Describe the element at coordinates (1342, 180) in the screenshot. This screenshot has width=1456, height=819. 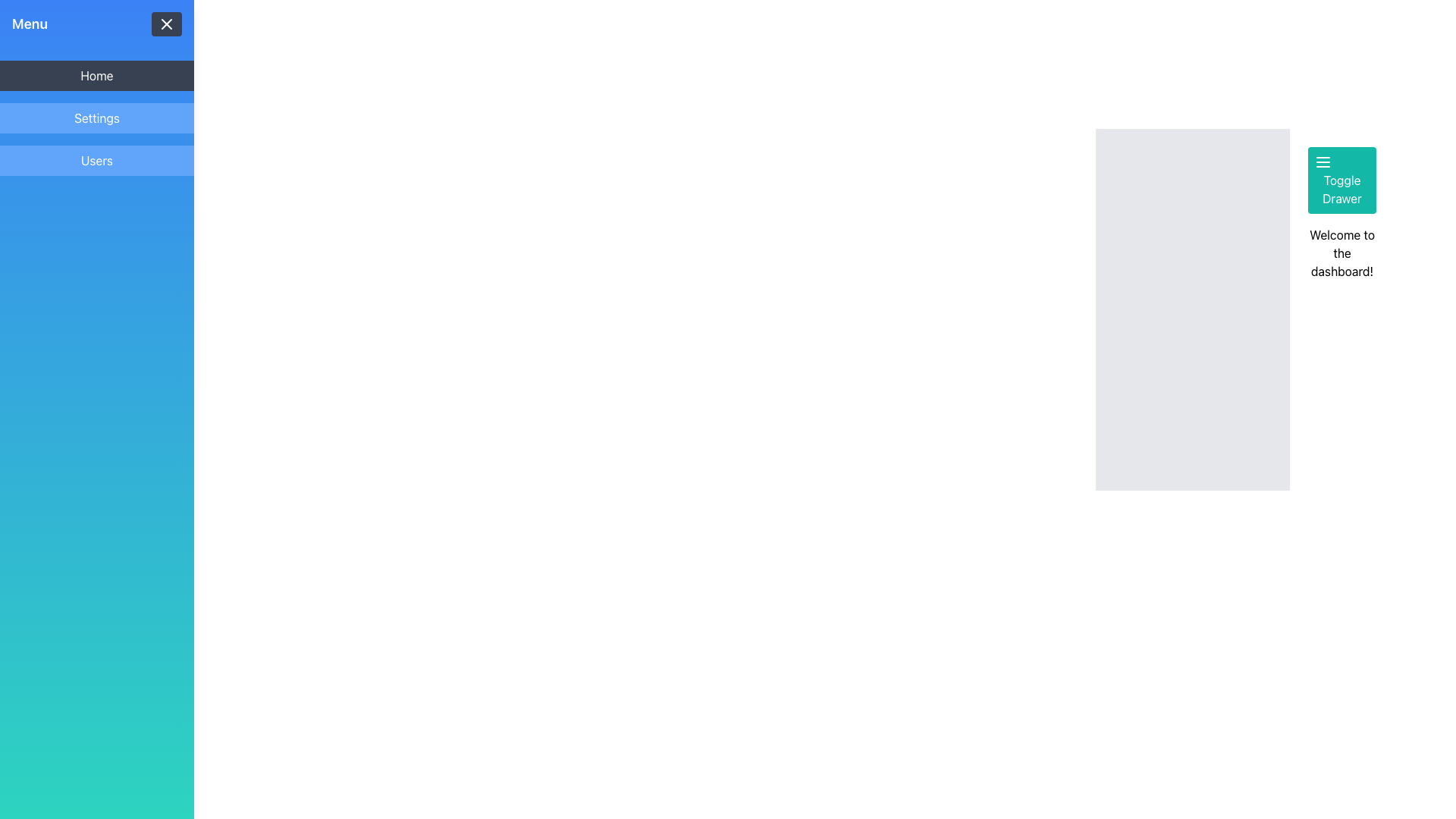
I see `the 'Toggle Drawer' button with a teal background and white text for accessibility navigation` at that location.